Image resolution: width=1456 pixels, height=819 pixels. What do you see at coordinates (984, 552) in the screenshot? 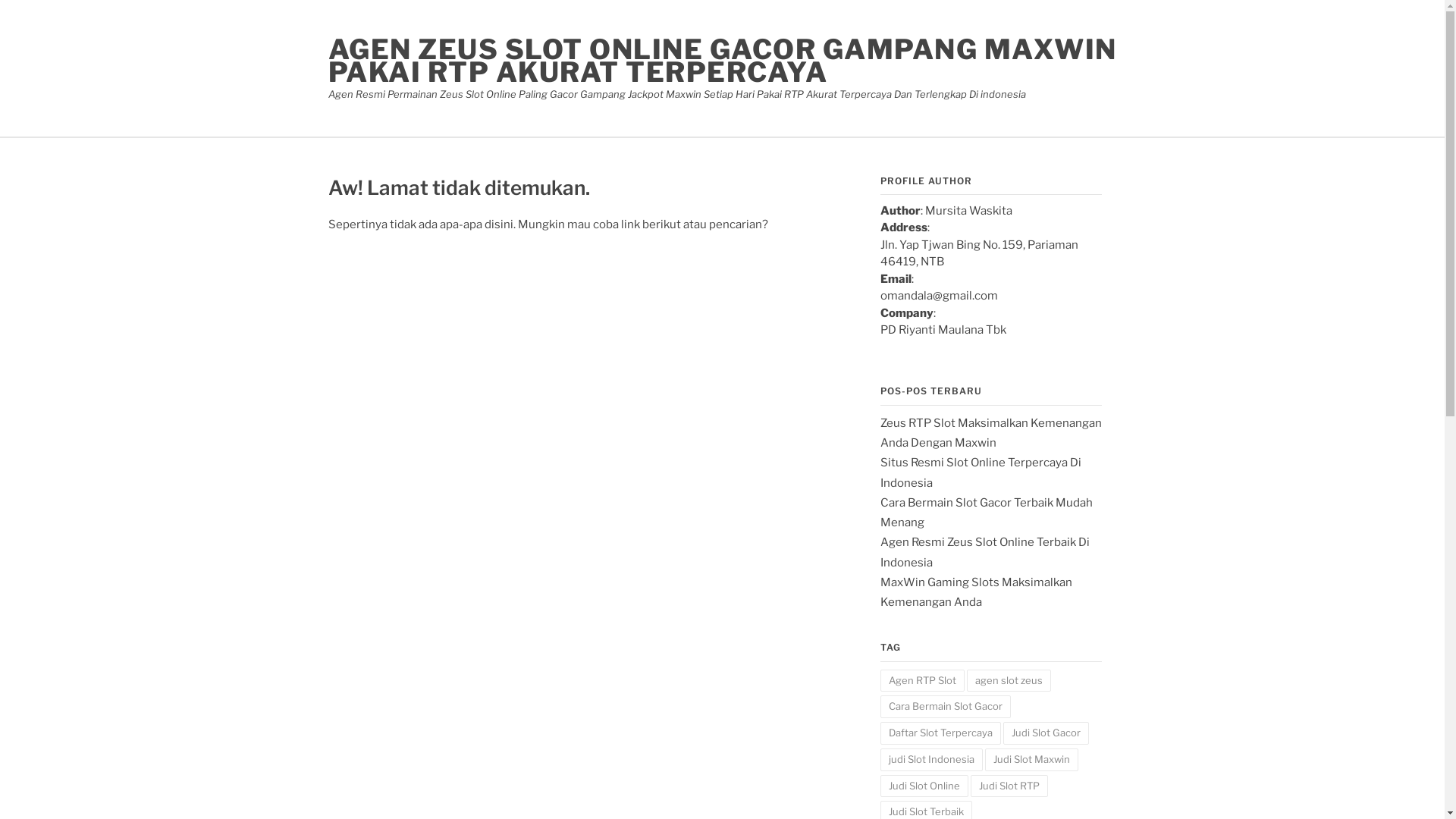
I see `'Agen Resmi Zeus Slot Online Terbaik Di Indonesia'` at bounding box center [984, 552].